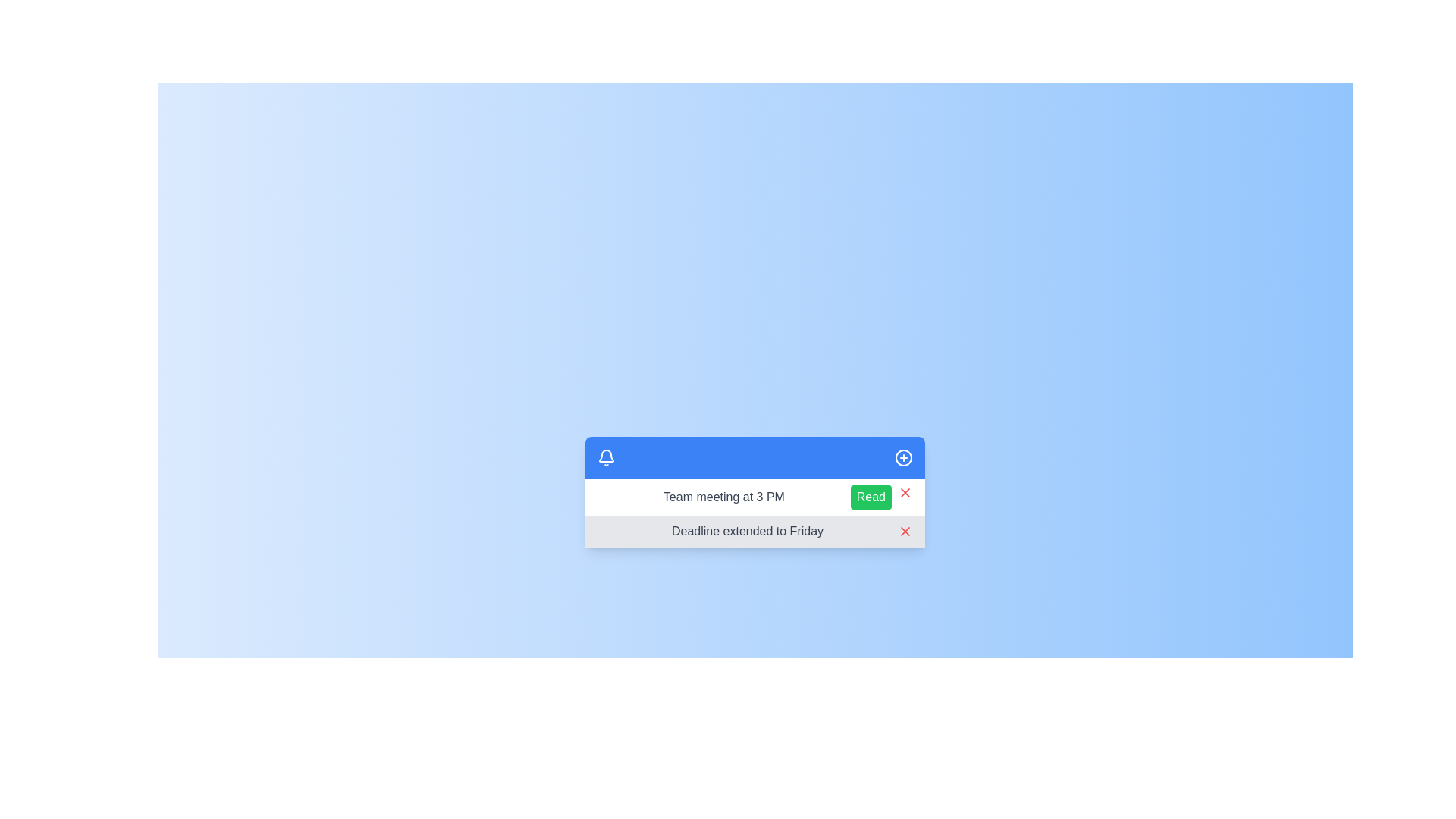  Describe the element at coordinates (903, 457) in the screenshot. I see `the add item button located on the far right side of the blue header section` at that location.